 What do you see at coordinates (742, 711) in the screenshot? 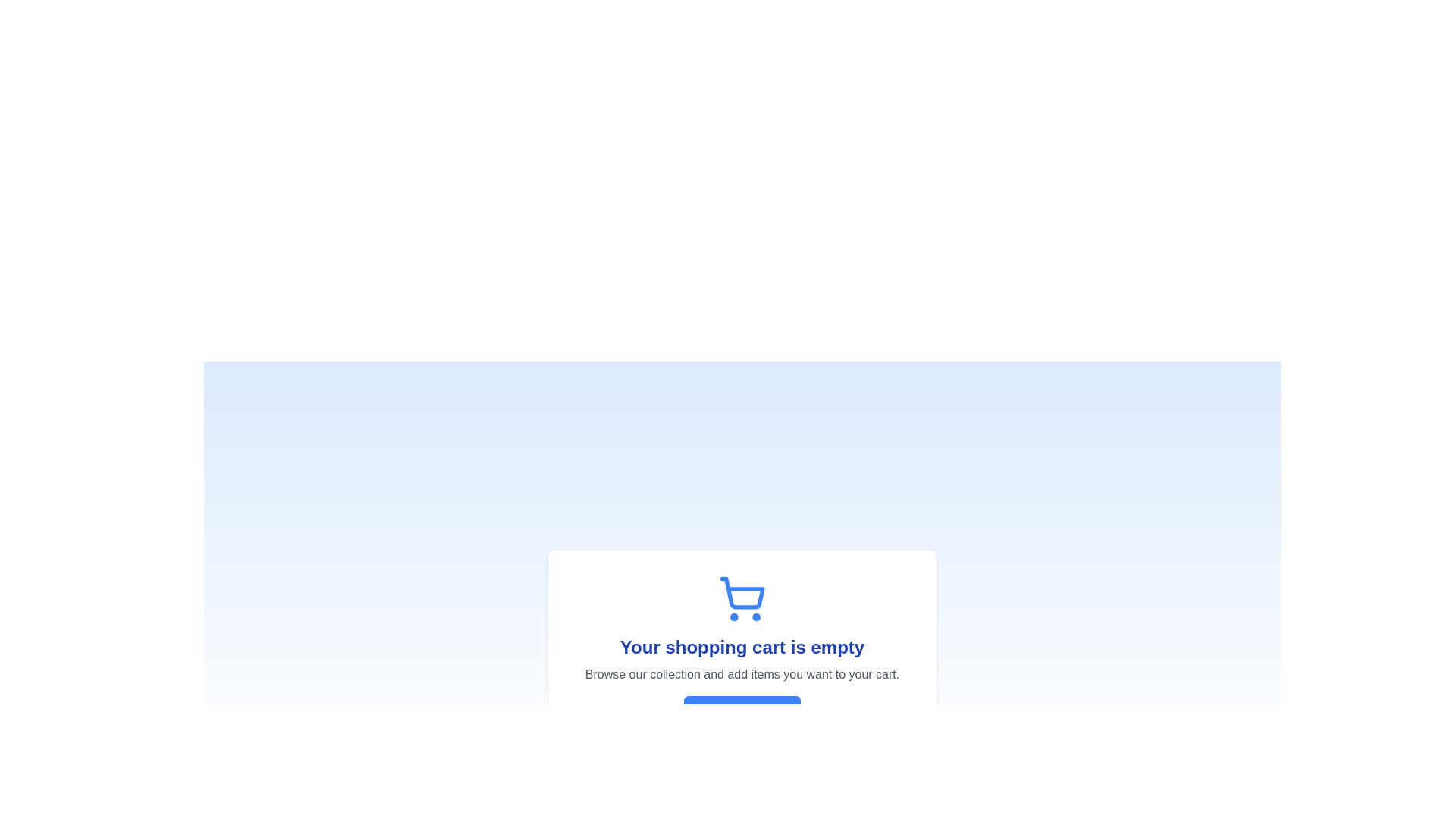
I see `the rectangular blue button with white text that reads 'Start Shopping' to initiate navigation` at bounding box center [742, 711].